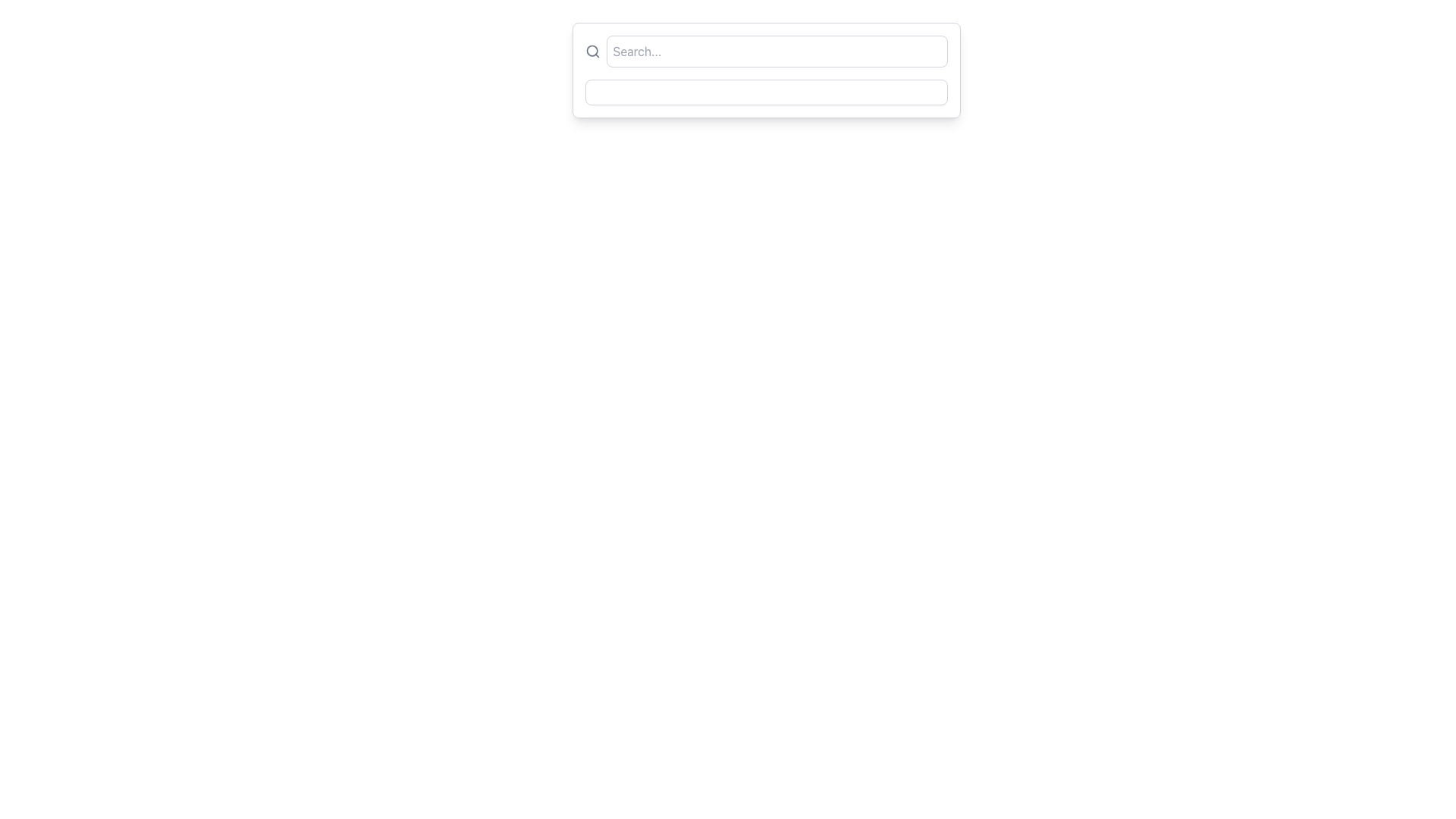  Describe the element at coordinates (766, 70) in the screenshot. I see `inside the prominent search bar located at the top-left of the rectangular card with rounded corners to type` at that location.